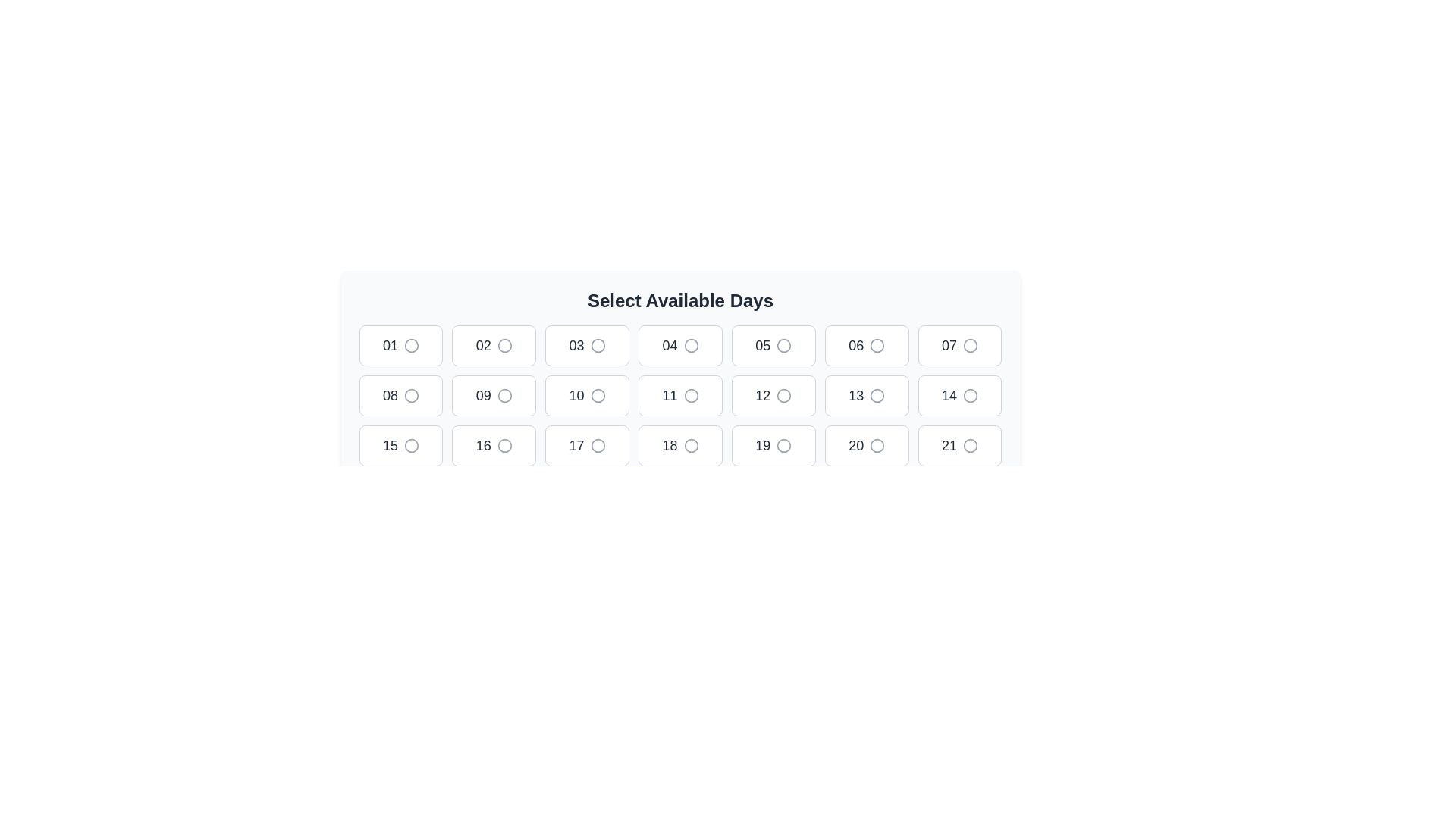 This screenshot has width=1456, height=819. I want to click on information displayed in the Text label representing the day number '07' in the seventh tile of the calendar grid, so click(949, 345).